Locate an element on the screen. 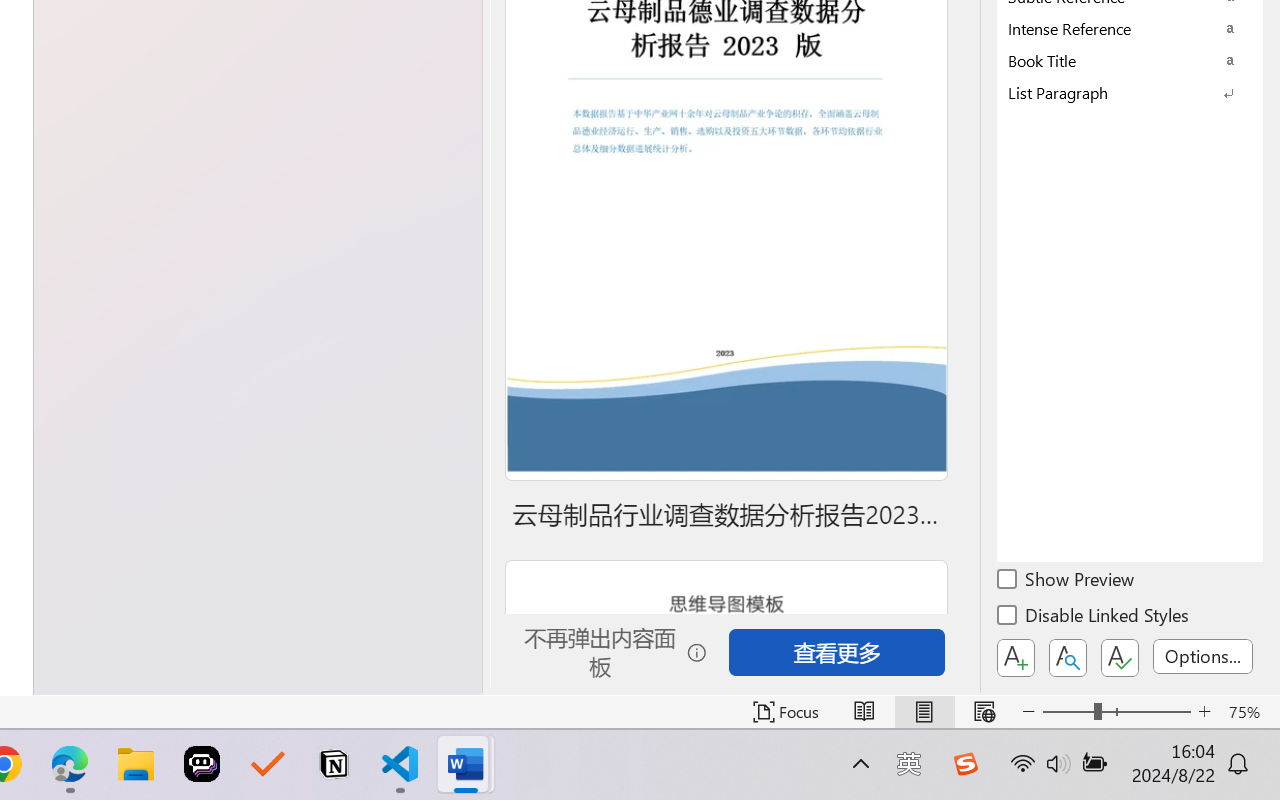 This screenshot has width=1280, height=800. 'Class: NetUIButton' is located at coordinates (1120, 657).